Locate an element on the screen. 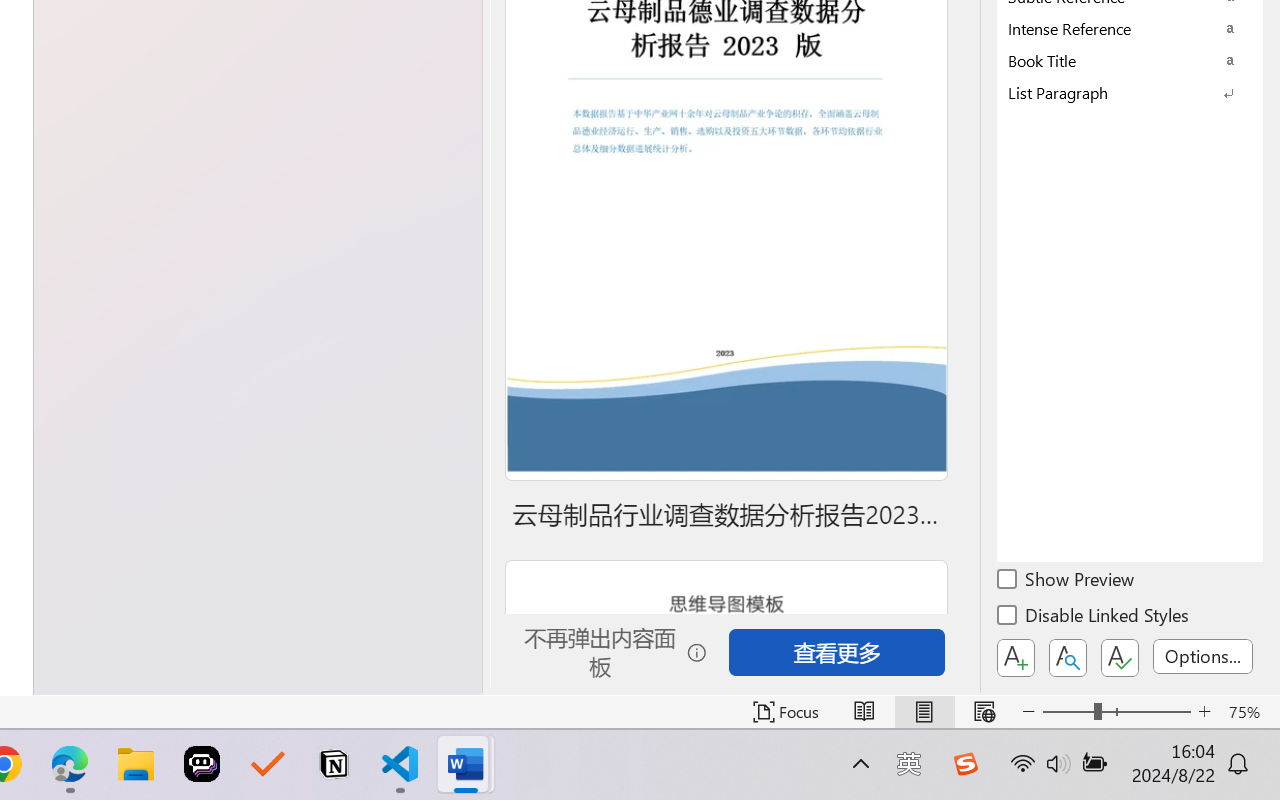 This screenshot has width=1280, height=800. 'Class: NetUIButton' is located at coordinates (1120, 657).